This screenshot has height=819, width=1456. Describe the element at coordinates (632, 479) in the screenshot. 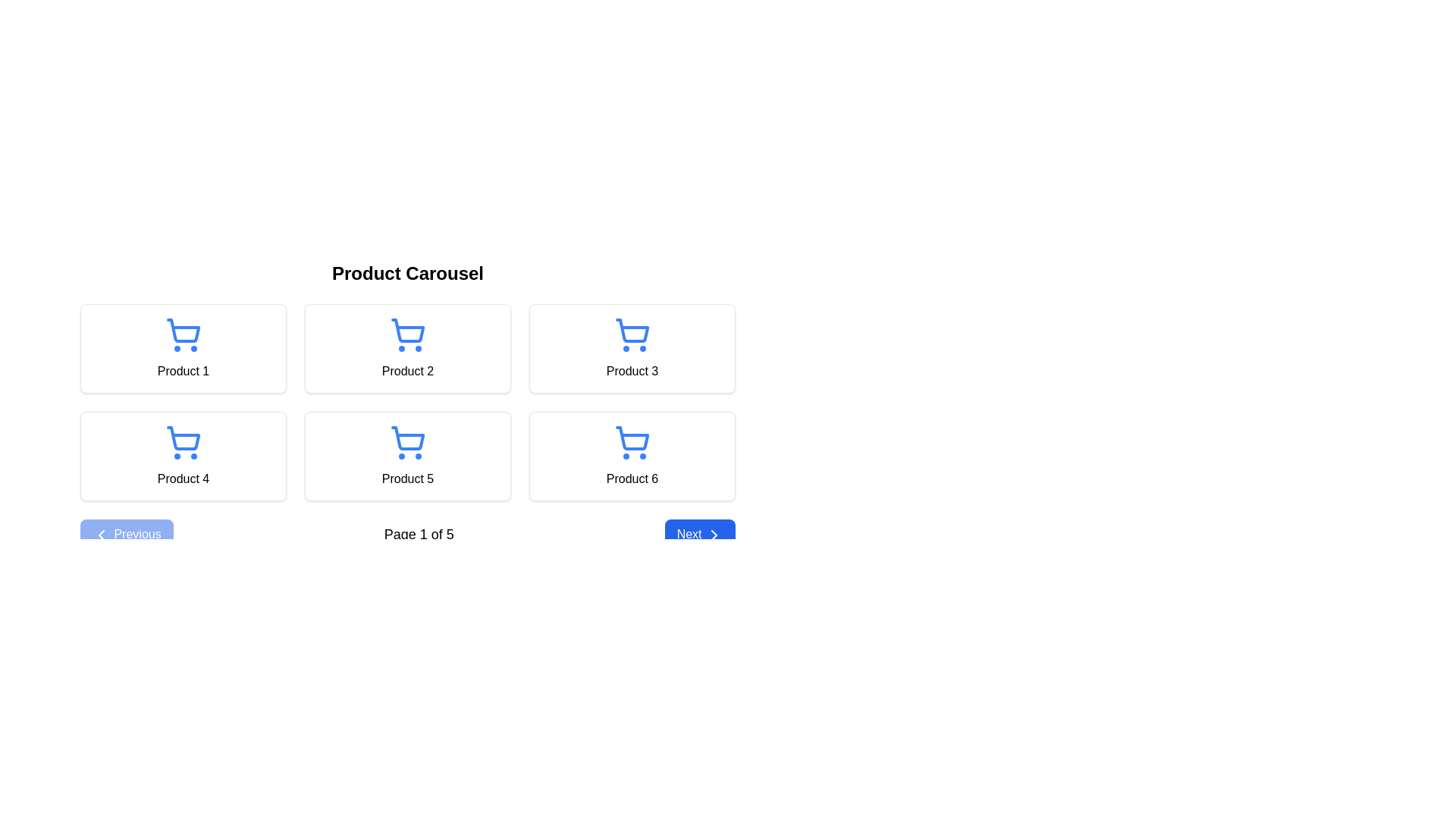

I see `the Text label that represents the name or title of the displayed product, located in the bottom-right corner of the grid section, corresponding to the sixth item in the grid` at that location.